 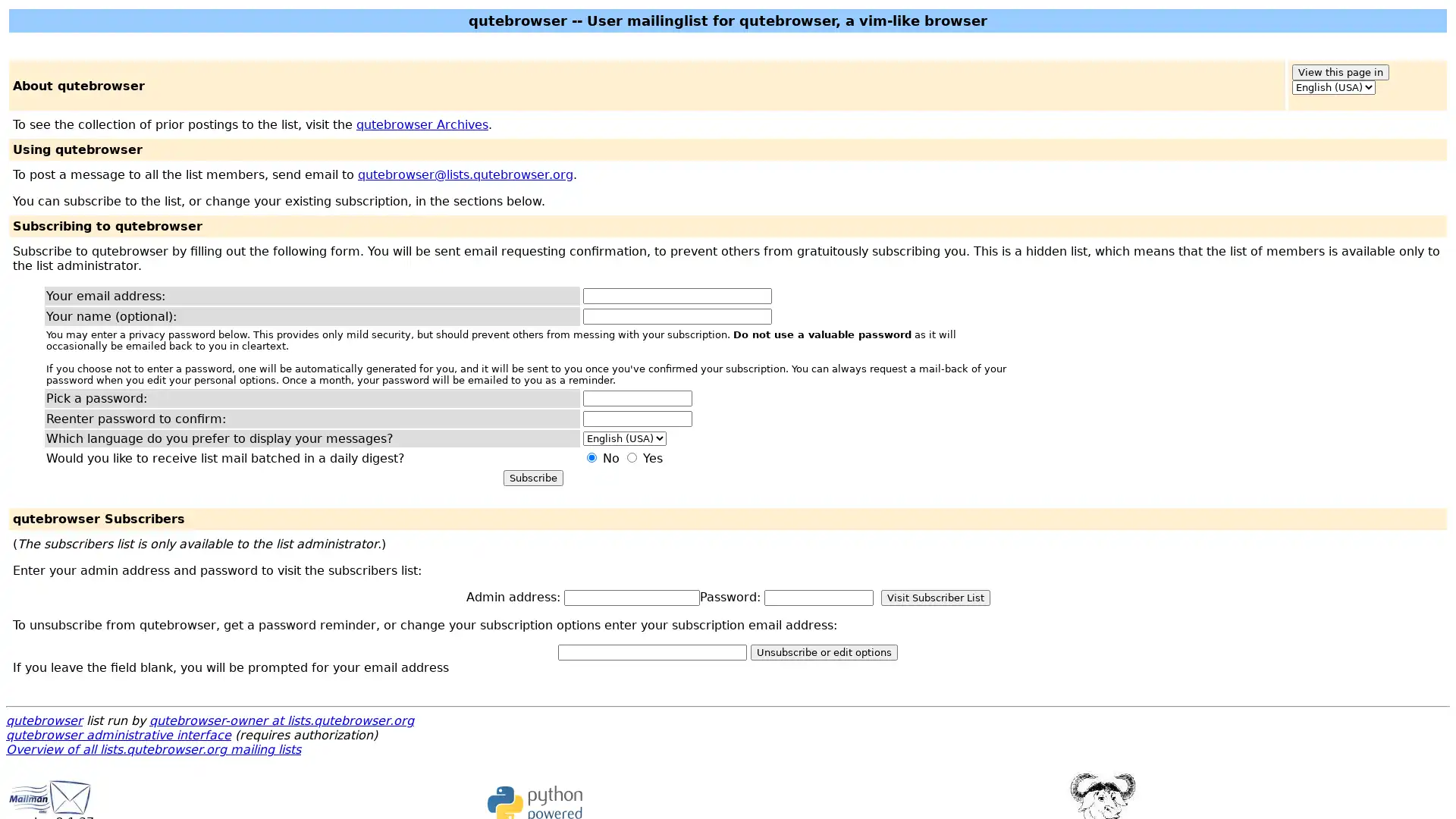 I want to click on View this page in, so click(x=1339, y=72).